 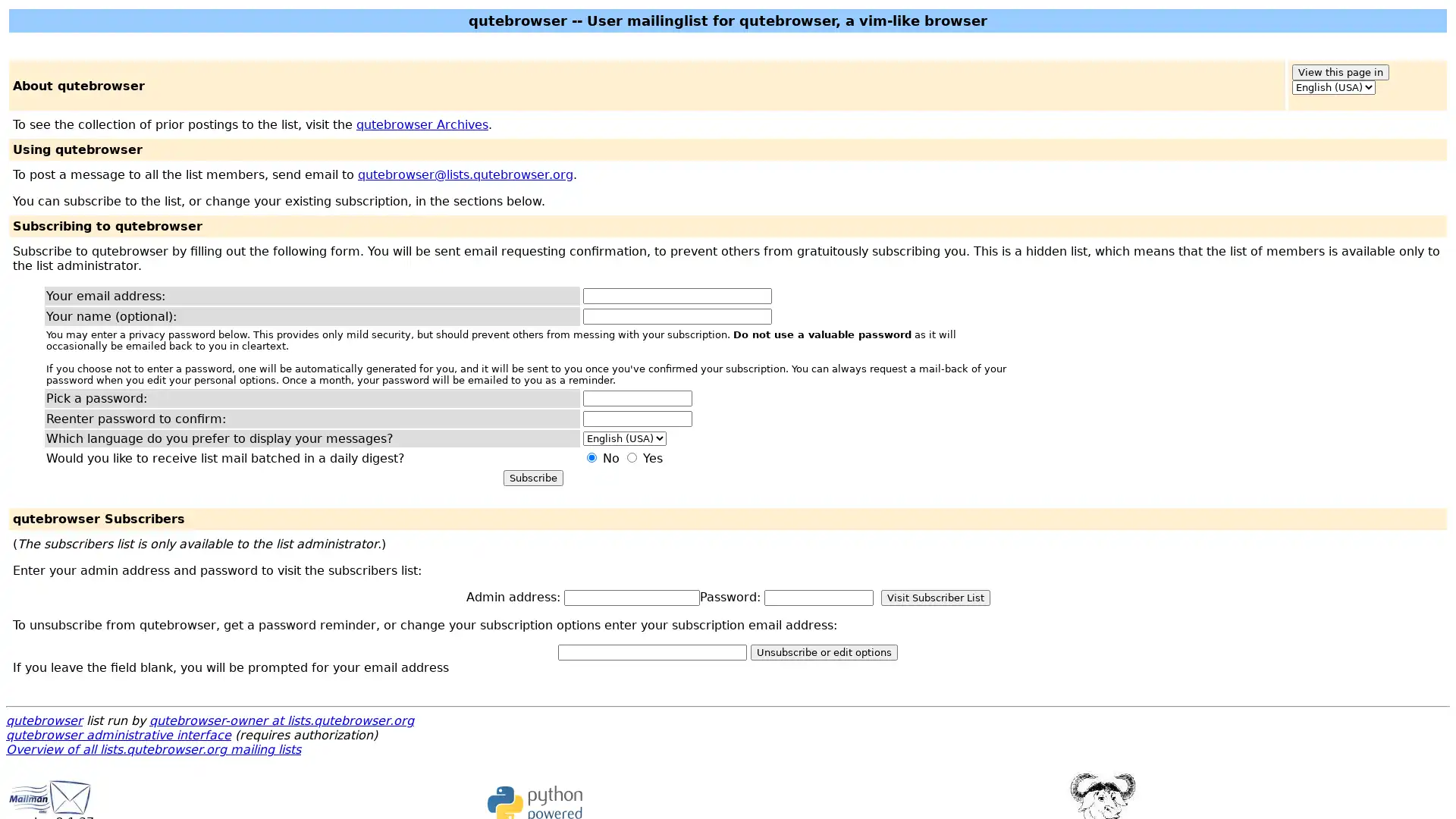 I want to click on View this page in, so click(x=1339, y=72).